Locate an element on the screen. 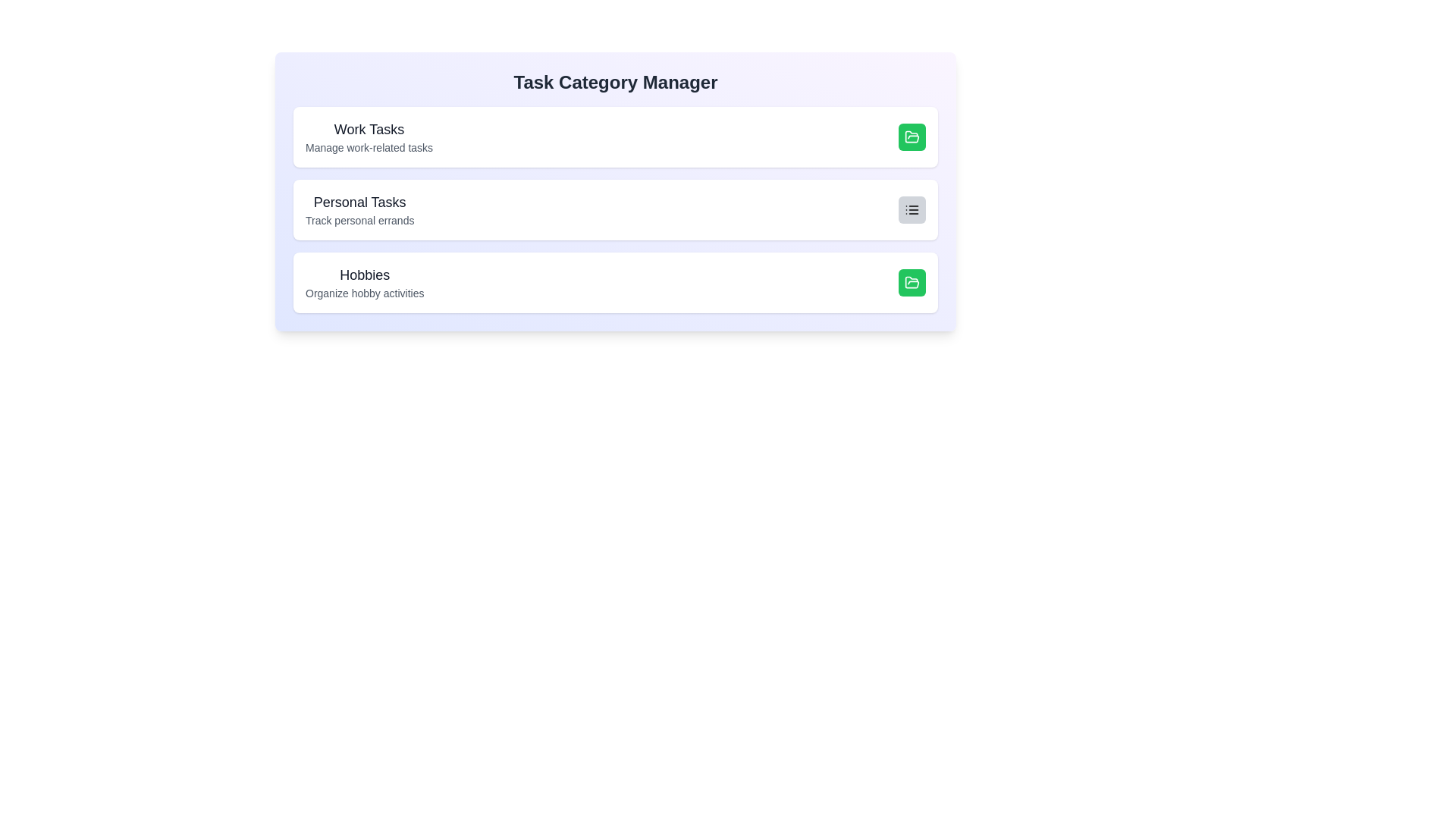 The image size is (1456, 819). the text of the heading 'Work Tasks' is located at coordinates (369, 128).